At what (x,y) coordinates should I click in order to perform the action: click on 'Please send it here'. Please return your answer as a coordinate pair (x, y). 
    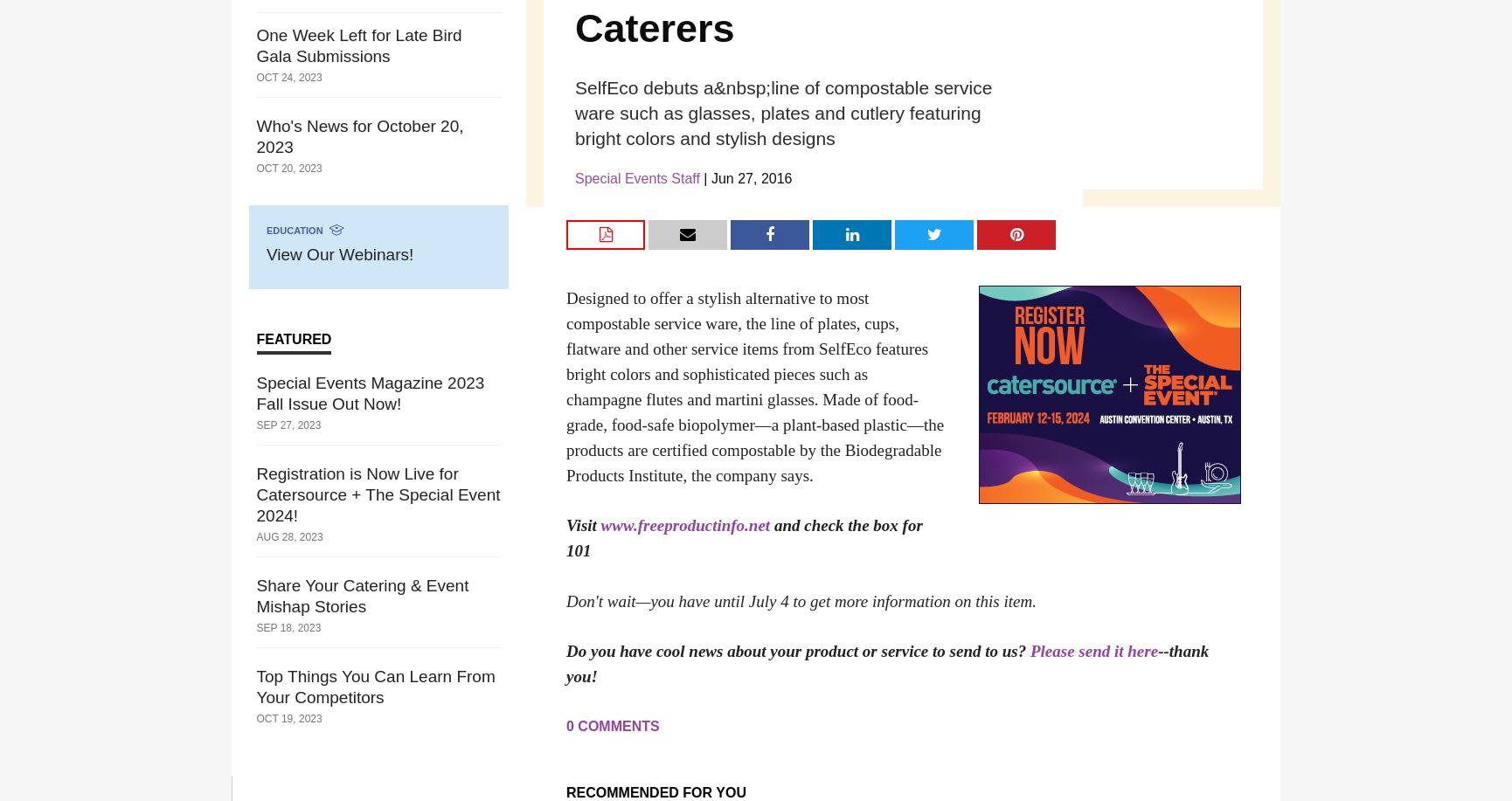
    Looking at the image, I should click on (1029, 650).